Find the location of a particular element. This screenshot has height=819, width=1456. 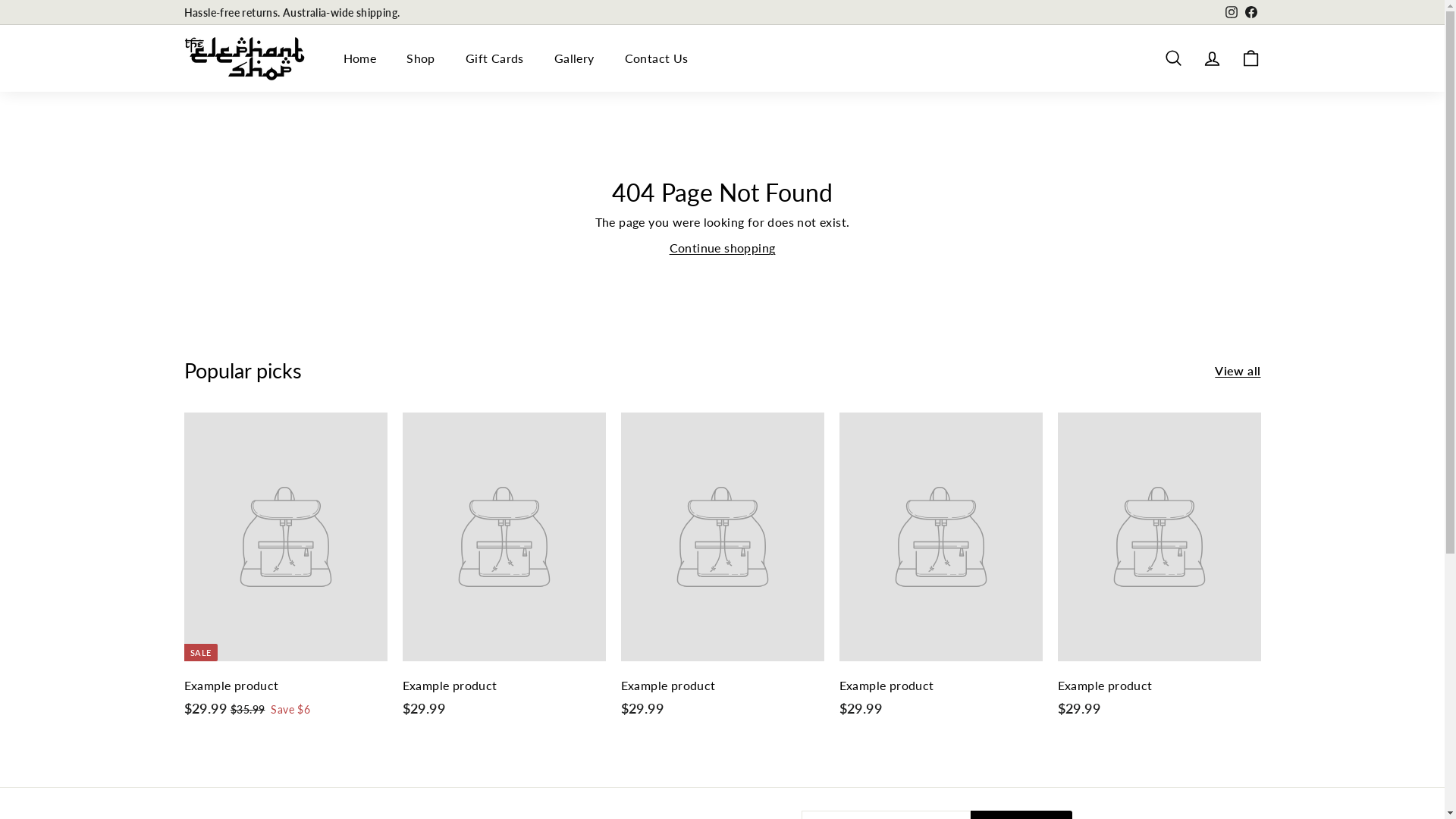

'Example product is located at coordinates (1157, 573).